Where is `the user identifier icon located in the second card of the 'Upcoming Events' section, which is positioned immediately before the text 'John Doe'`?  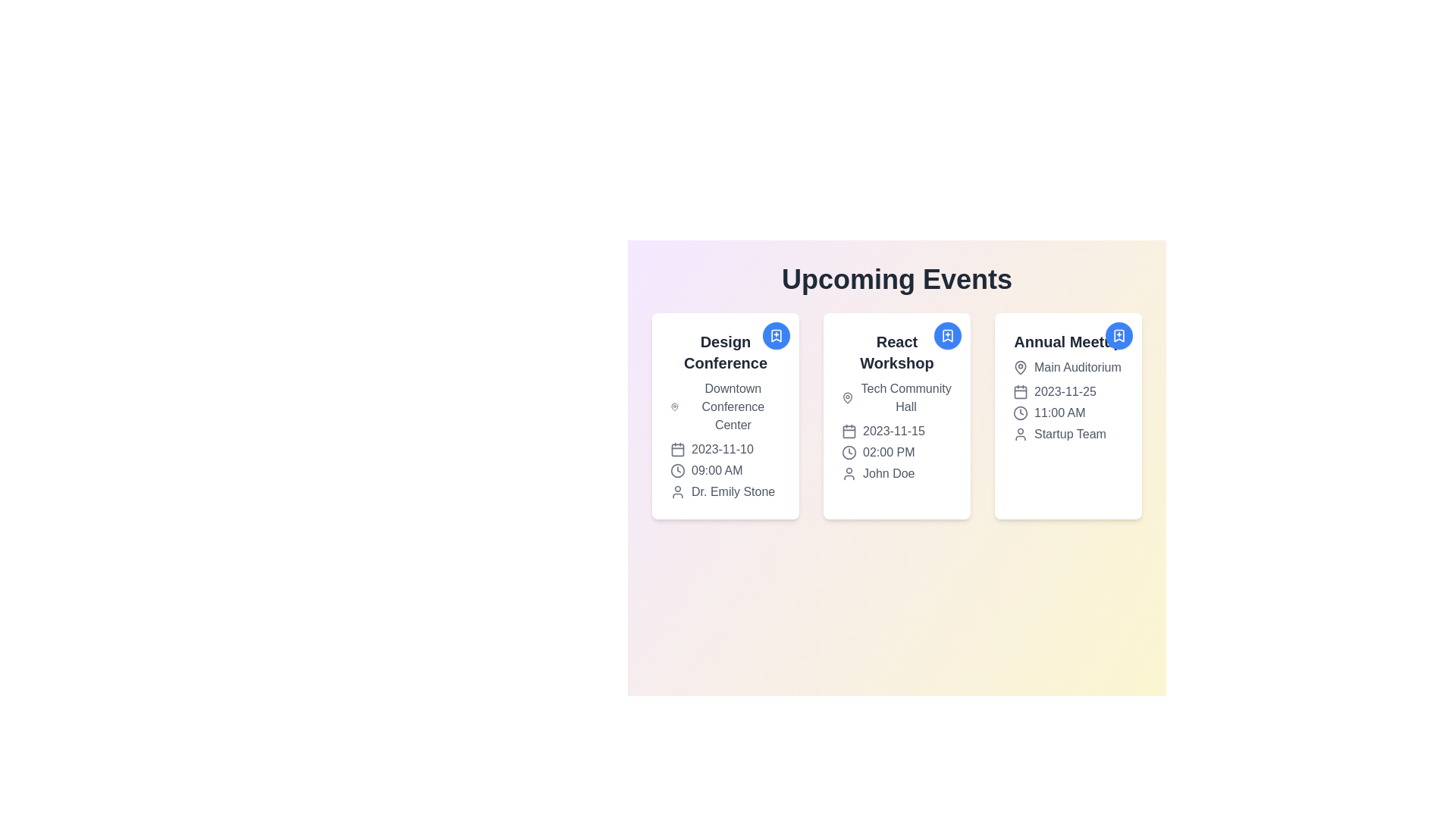
the user identifier icon located in the second card of the 'Upcoming Events' section, which is positioned immediately before the text 'John Doe' is located at coordinates (848, 472).